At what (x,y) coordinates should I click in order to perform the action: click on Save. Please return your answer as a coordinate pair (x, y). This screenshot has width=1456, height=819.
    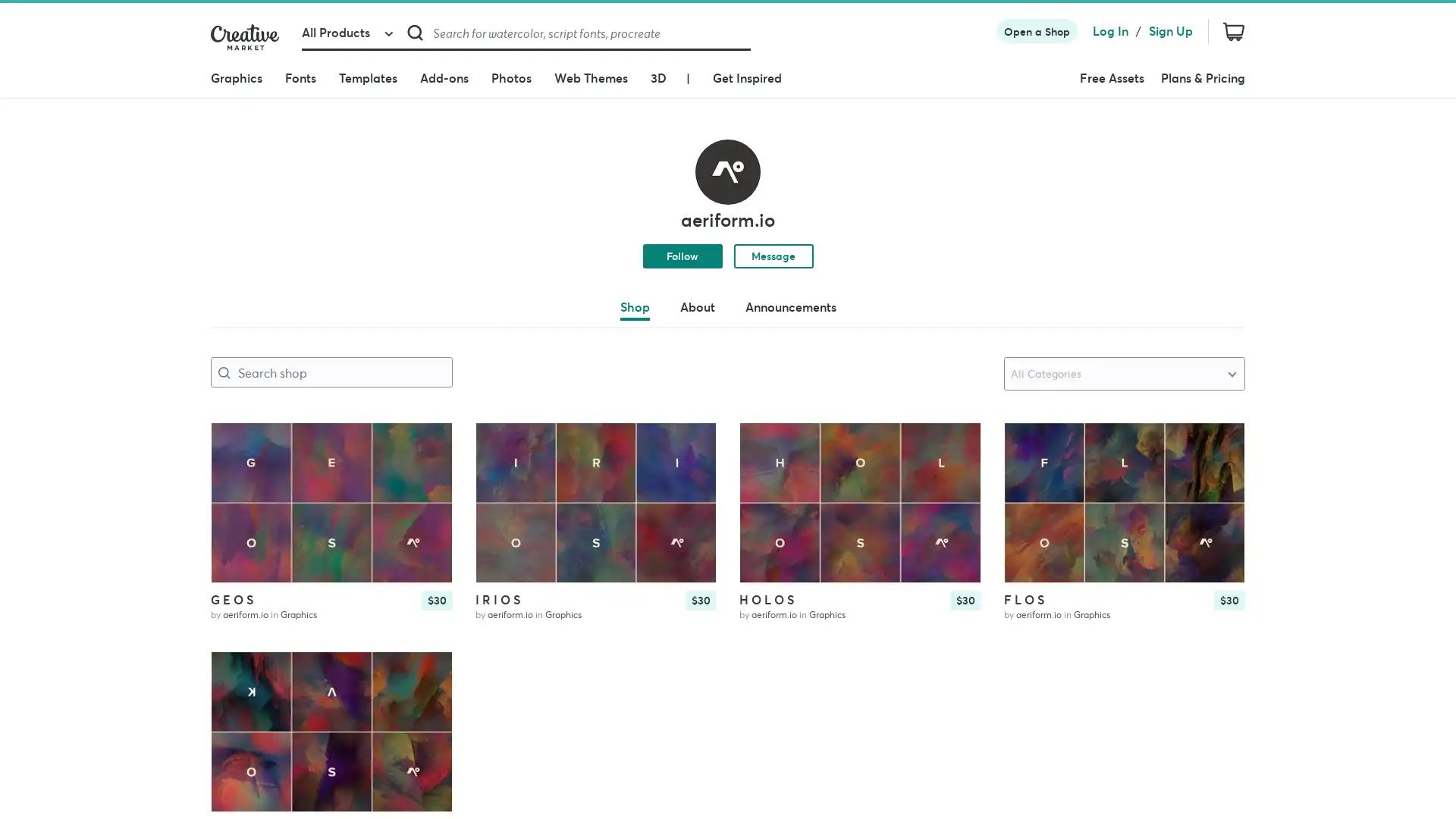
    Looking at the image, I should click on (426, 698).